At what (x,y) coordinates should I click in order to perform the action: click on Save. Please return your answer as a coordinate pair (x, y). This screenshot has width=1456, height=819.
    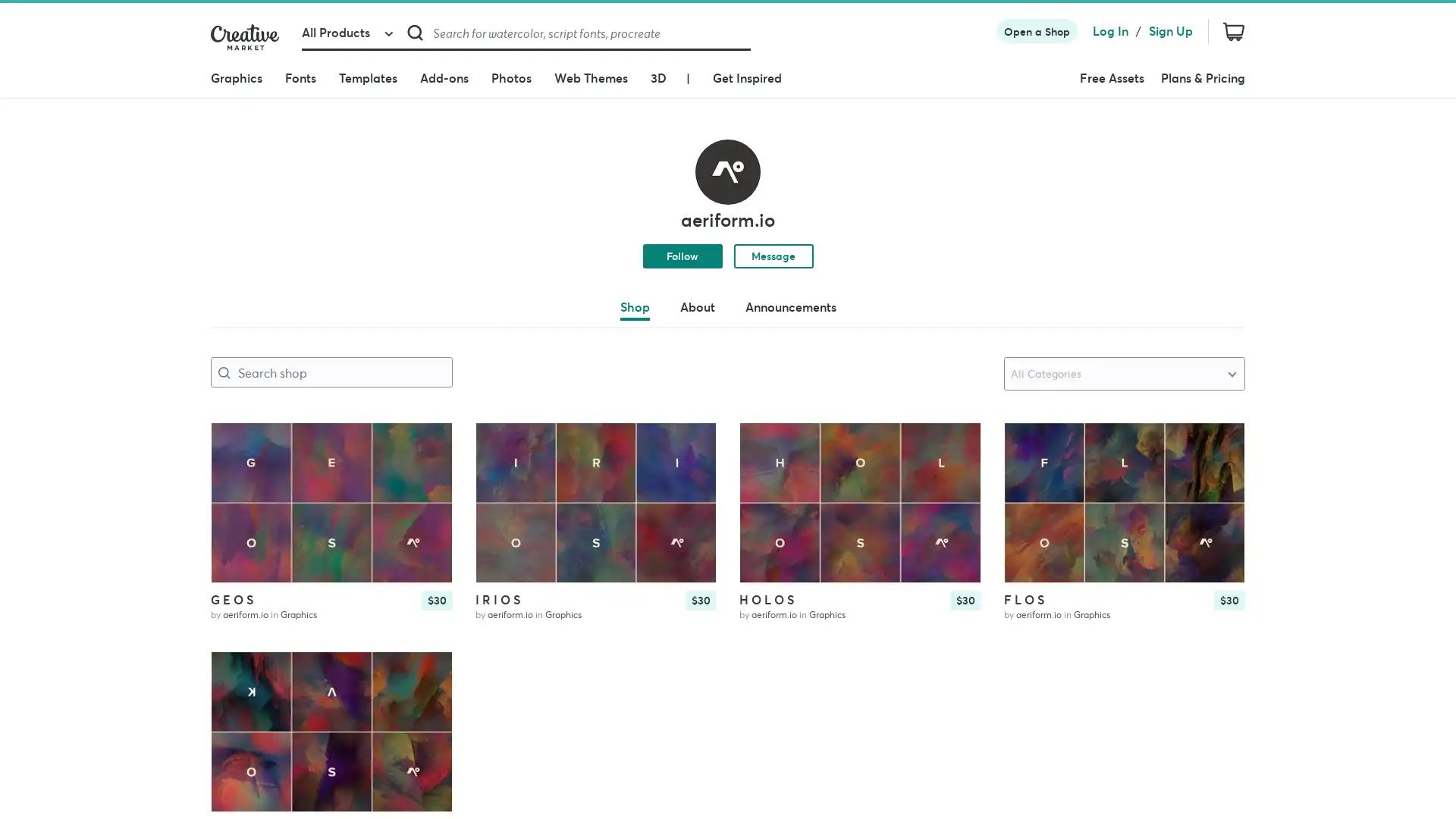
    Looking at the image, I should click on (426, 698).